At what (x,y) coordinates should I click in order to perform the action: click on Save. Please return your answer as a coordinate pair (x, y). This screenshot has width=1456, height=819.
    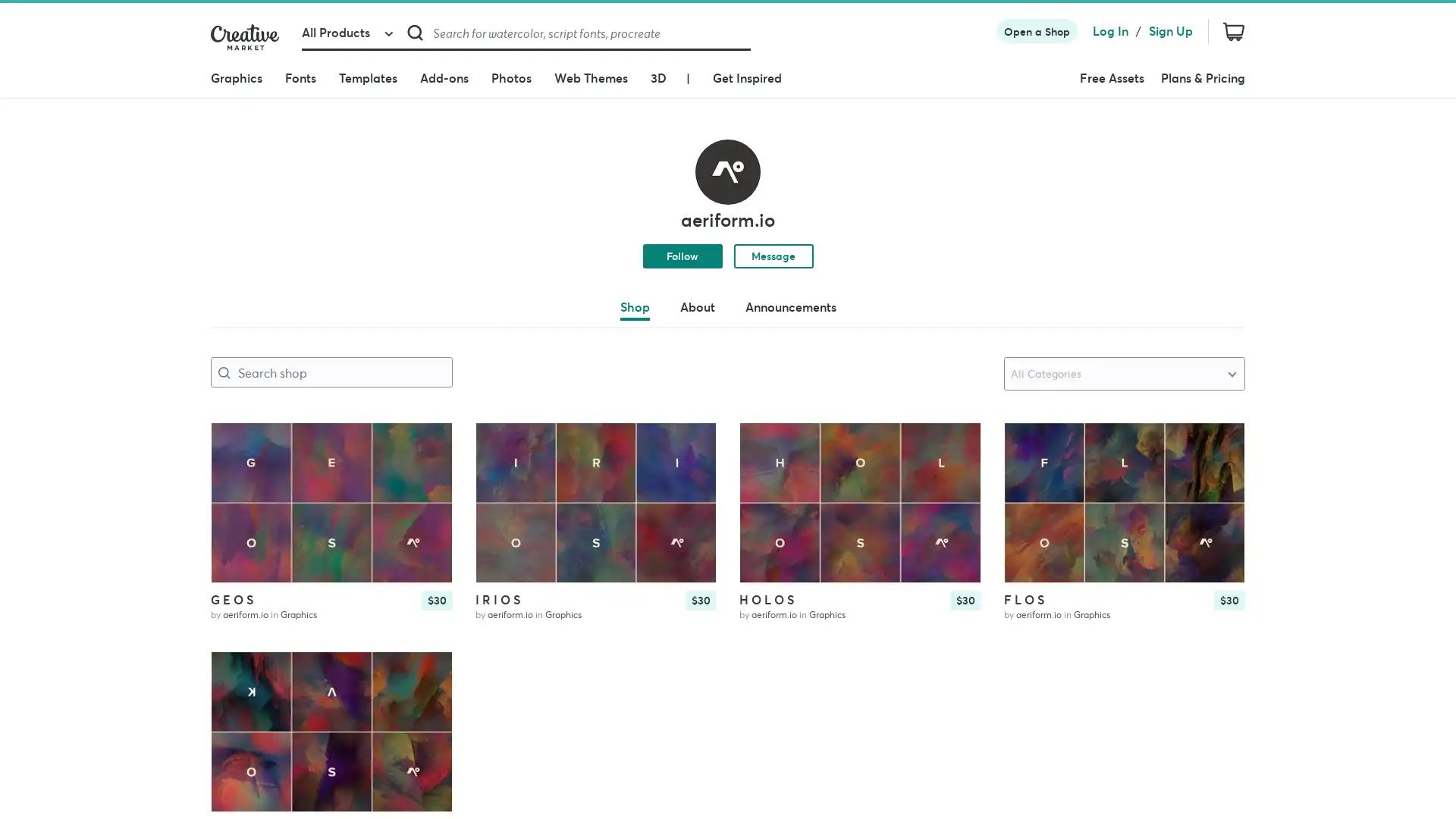
    Looking at the image, I should click on (426, 698).